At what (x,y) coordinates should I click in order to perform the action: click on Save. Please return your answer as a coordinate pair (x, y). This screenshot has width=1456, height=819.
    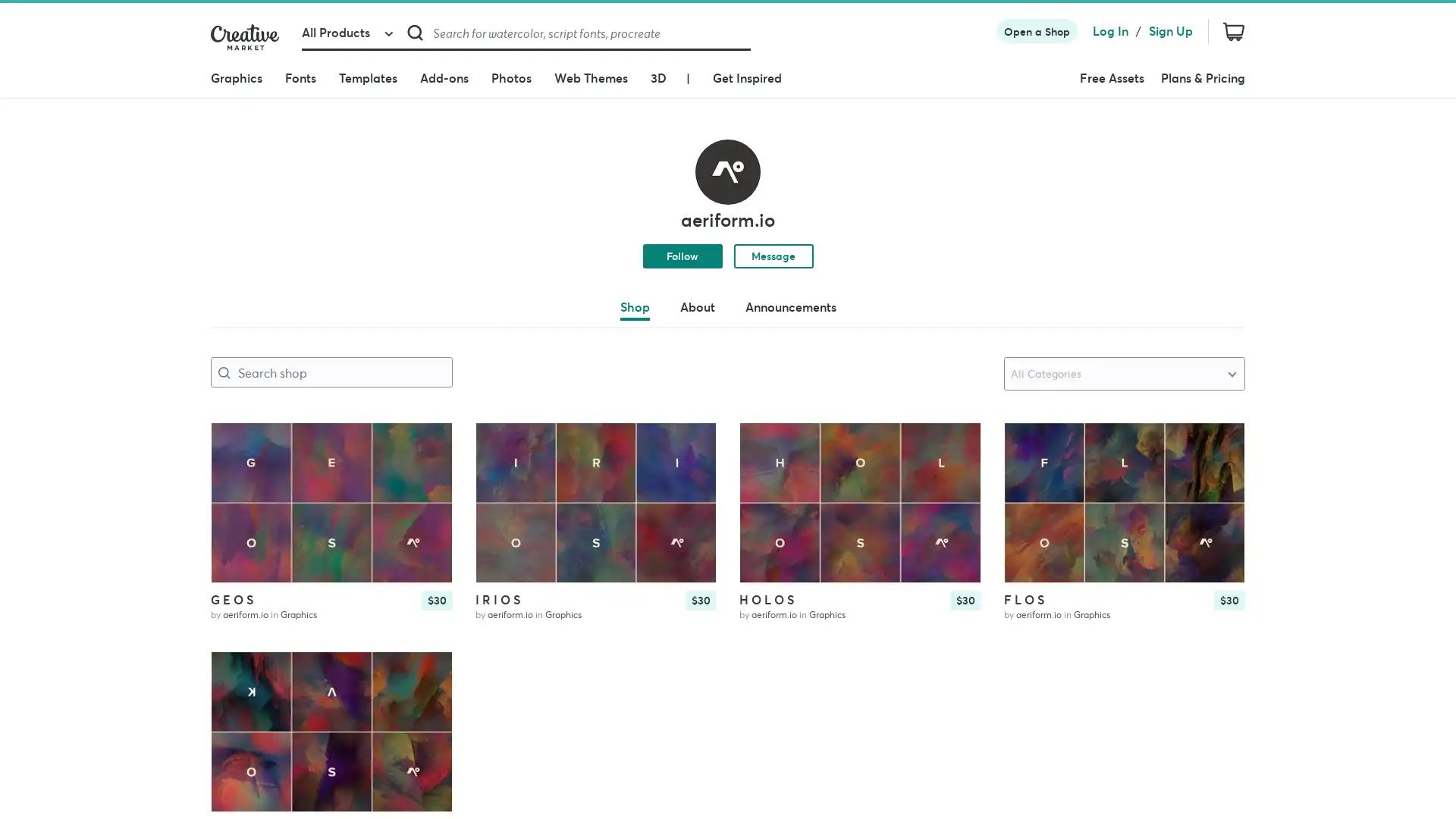
    Looking at the image, I should click on (426, 698).